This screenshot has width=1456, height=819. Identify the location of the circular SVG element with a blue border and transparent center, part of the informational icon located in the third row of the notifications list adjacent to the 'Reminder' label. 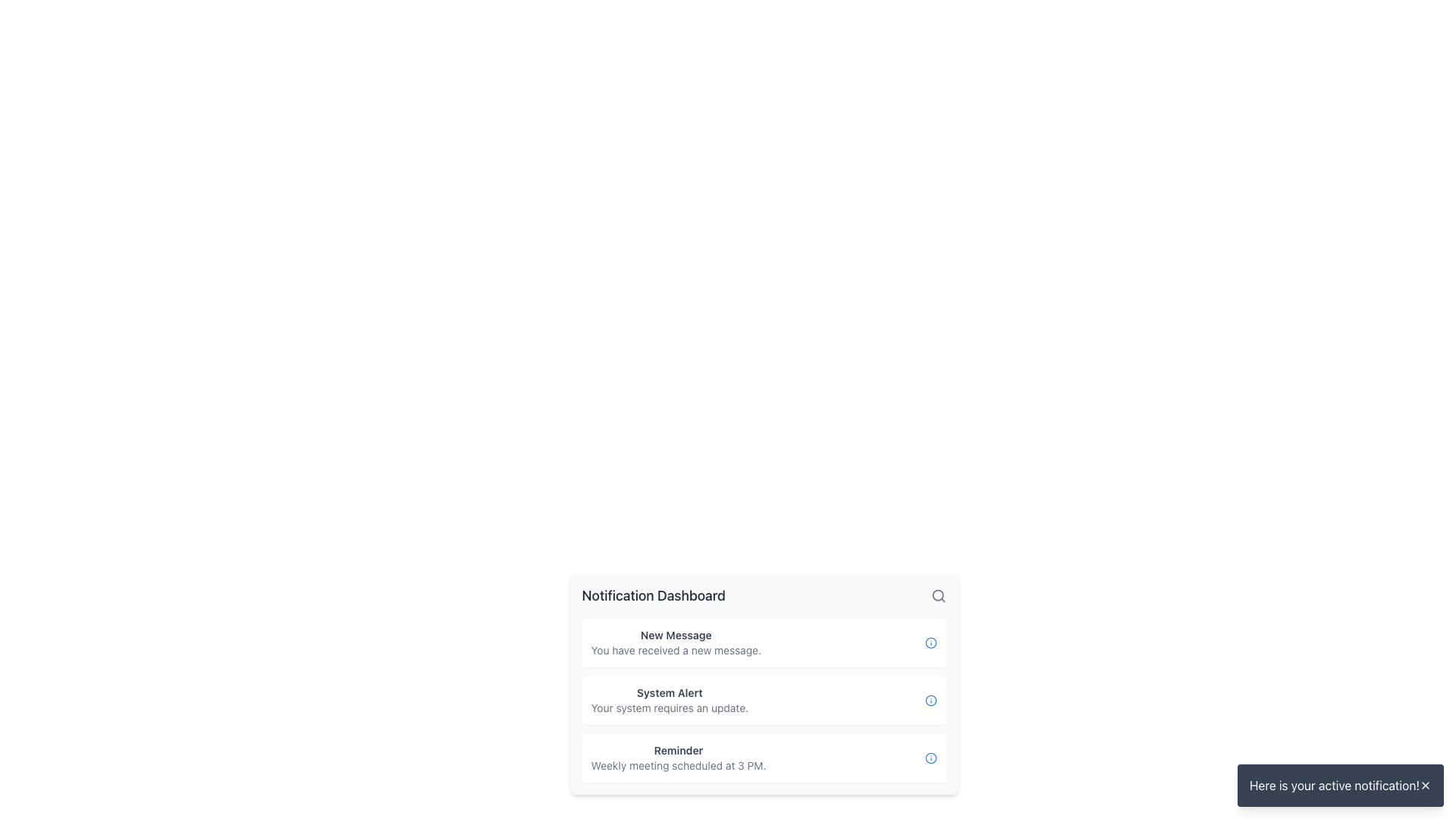
(930, 758).